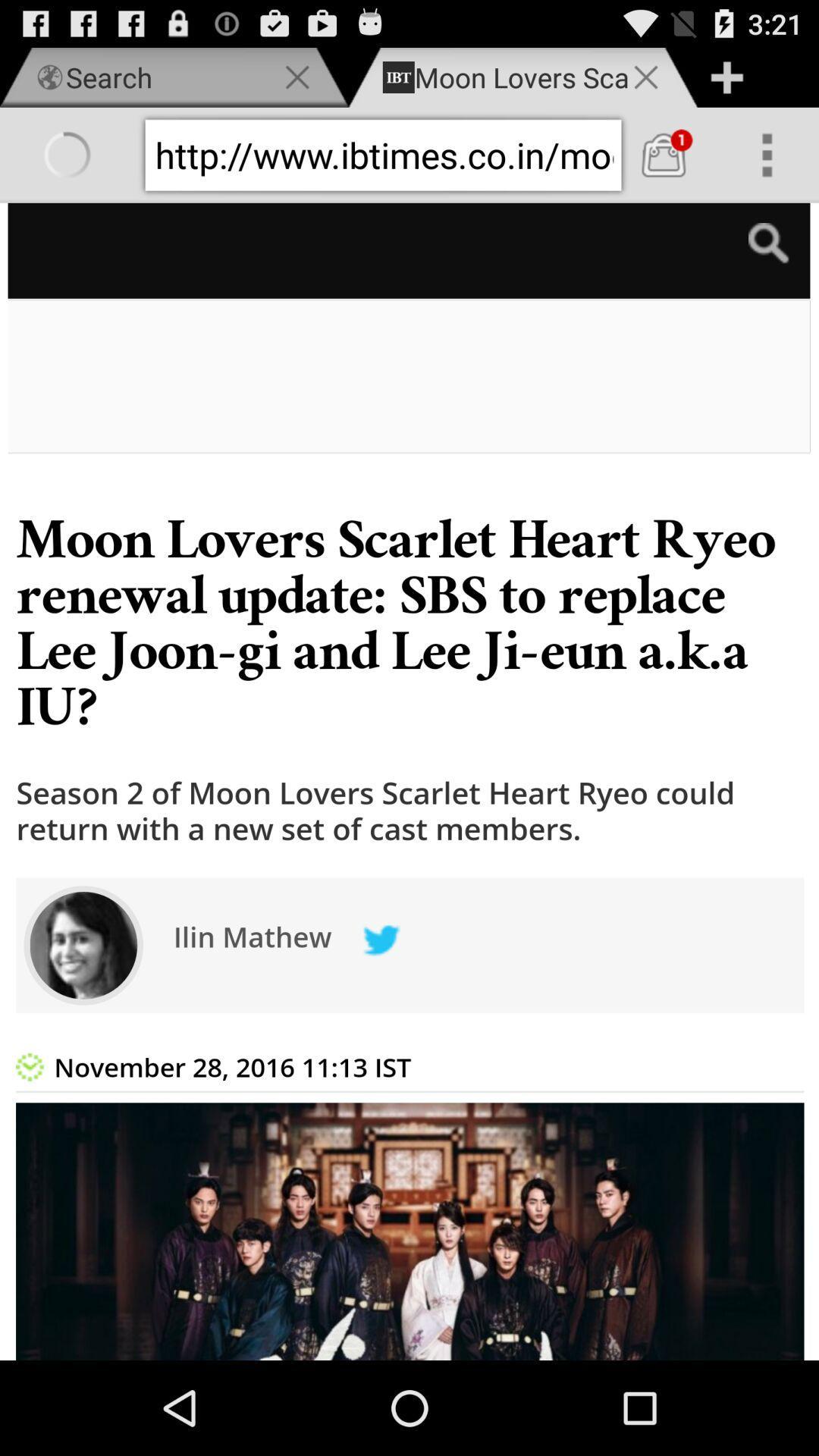  Describe the element at coordinates (663, 155) in the screenshot. I see `notification button` at that location.